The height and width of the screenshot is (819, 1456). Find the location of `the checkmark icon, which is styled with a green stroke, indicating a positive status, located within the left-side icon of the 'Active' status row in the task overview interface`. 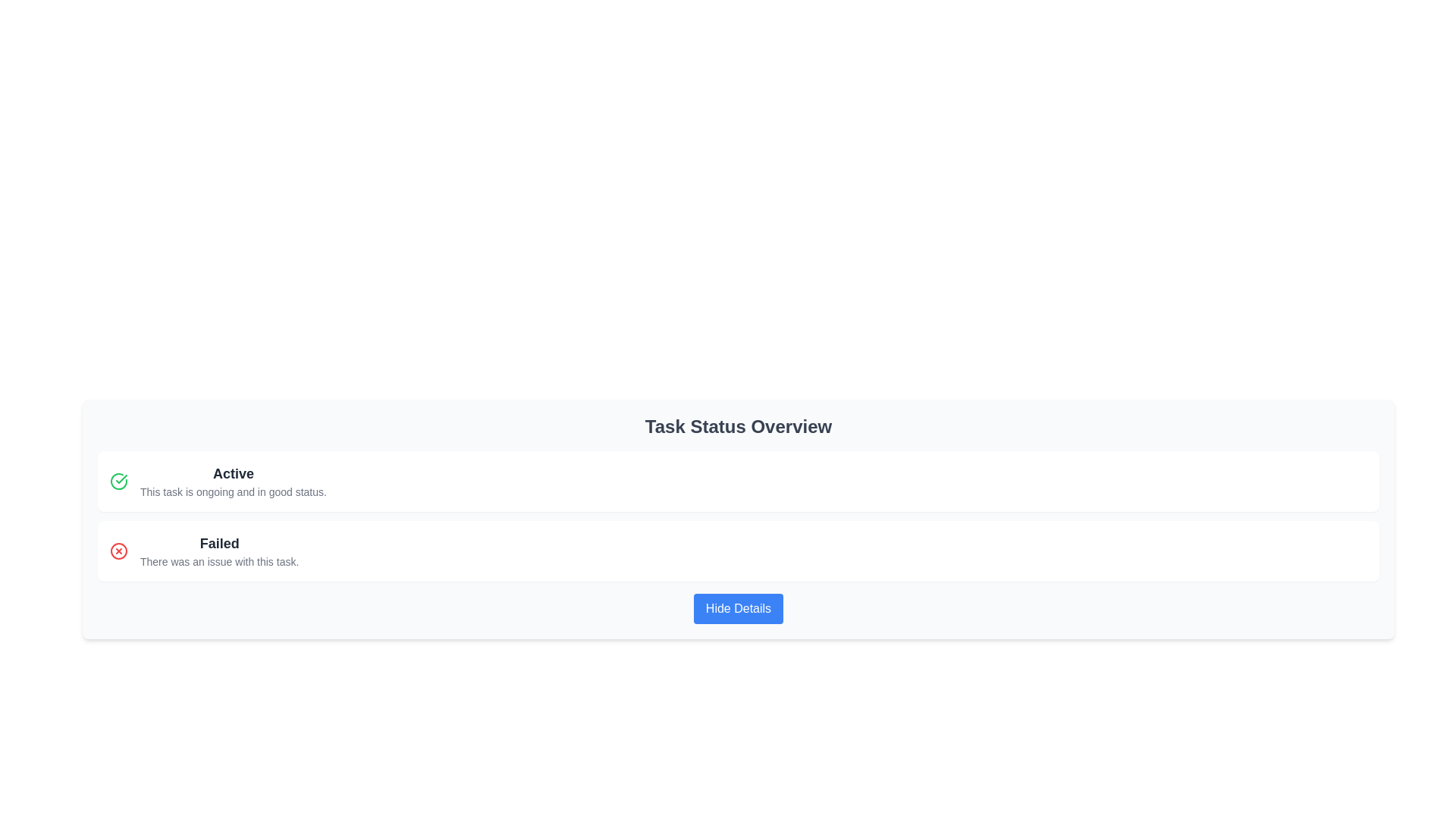

the checkmark icon, which is styled with a green stroke, indicating a positive status, located within the left-side icon of the 'Active' status row in the task overview interface is located at coordinates (121, 479).